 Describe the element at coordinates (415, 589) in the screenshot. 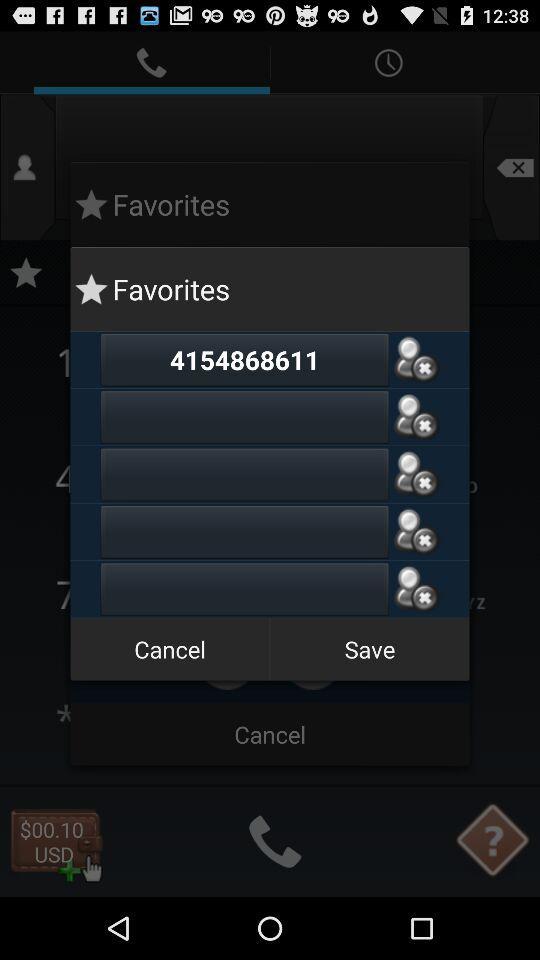

I see `remove this contact` at that location.